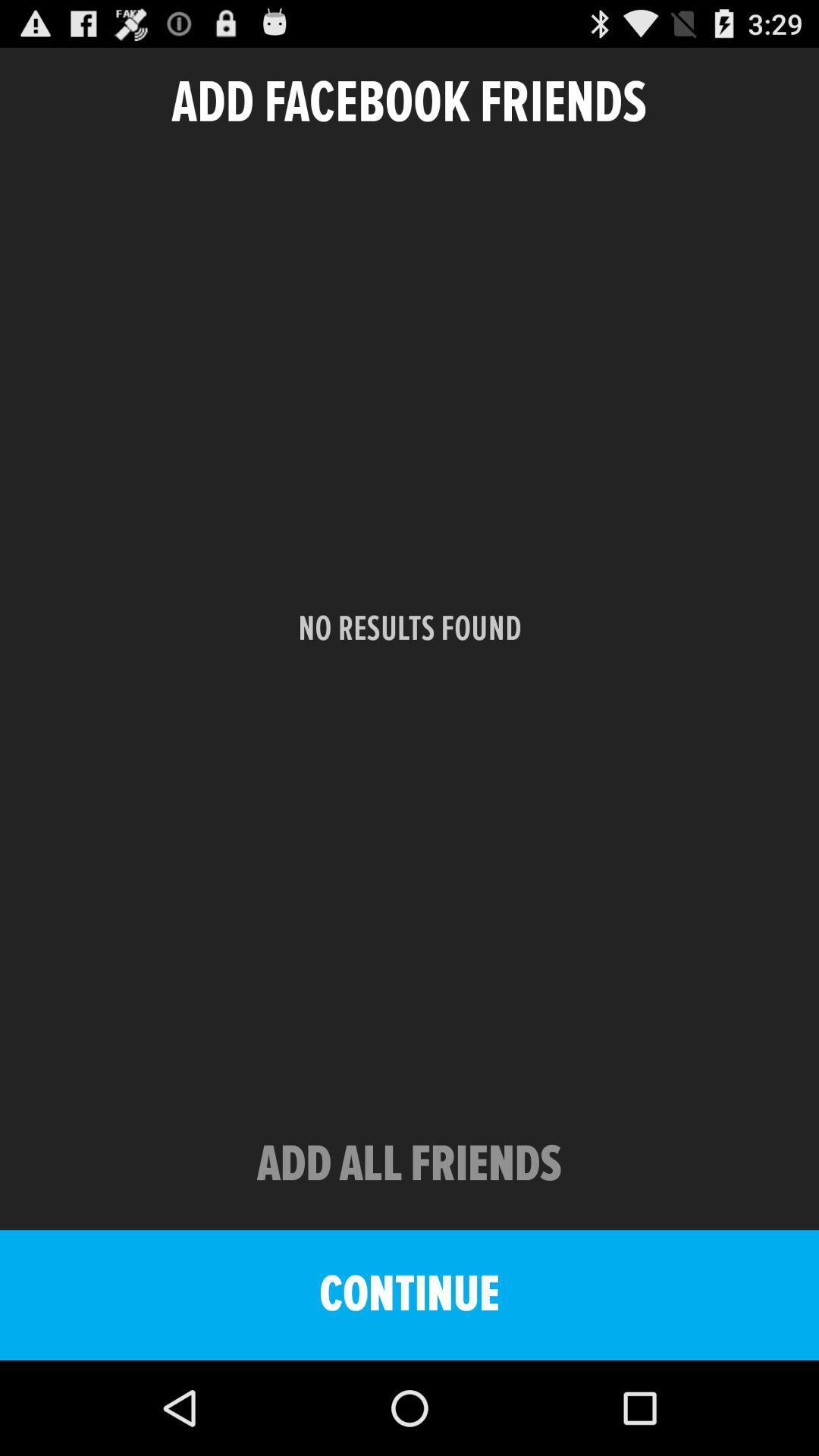 This screenshot has height=1456, width=819. What do you see at coordinates (409, 1294) in the screenshot?
I see `the continue icon` at bounding box center [409, 1294].